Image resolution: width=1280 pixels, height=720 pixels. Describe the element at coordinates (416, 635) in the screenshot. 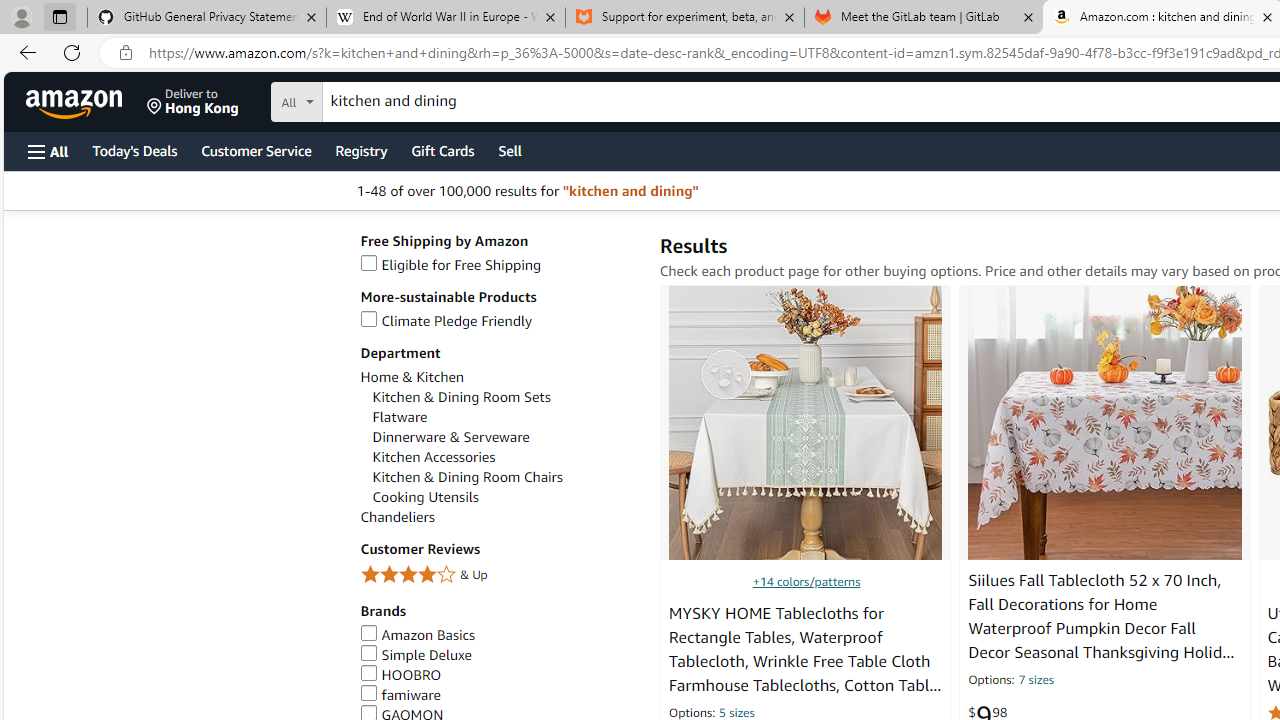

I see `'Amazon Basics'` at that location.